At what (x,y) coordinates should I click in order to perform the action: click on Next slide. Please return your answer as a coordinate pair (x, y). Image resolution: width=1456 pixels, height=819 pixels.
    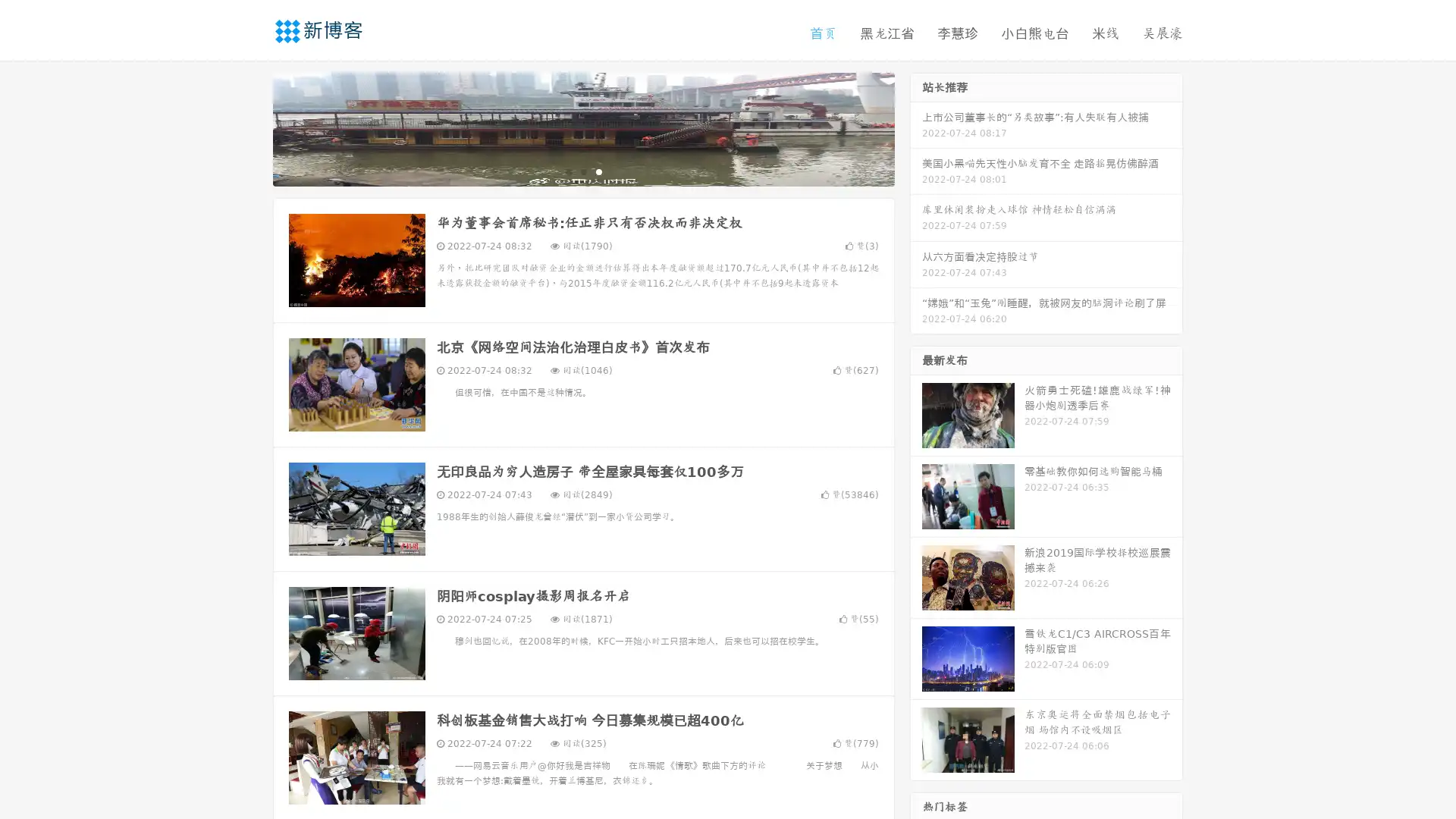
    Looking at the image, I should click on (916, 127).